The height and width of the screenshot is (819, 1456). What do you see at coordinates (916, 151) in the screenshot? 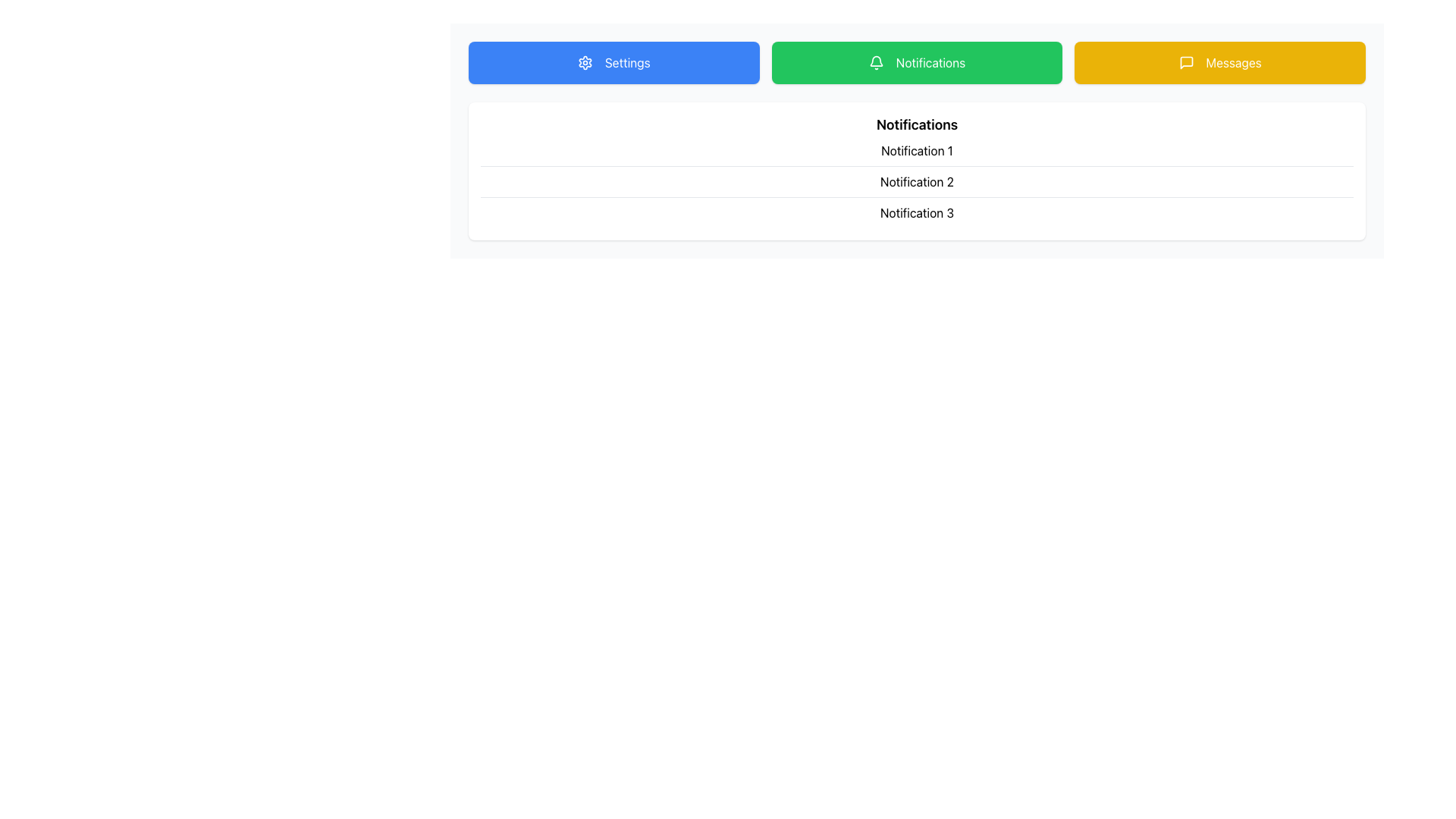
I see `text content of the notification entry label located under the 'Notifications' section, which is the first item in the vertically stacked list of notifications` at bounding box center [916, 151].